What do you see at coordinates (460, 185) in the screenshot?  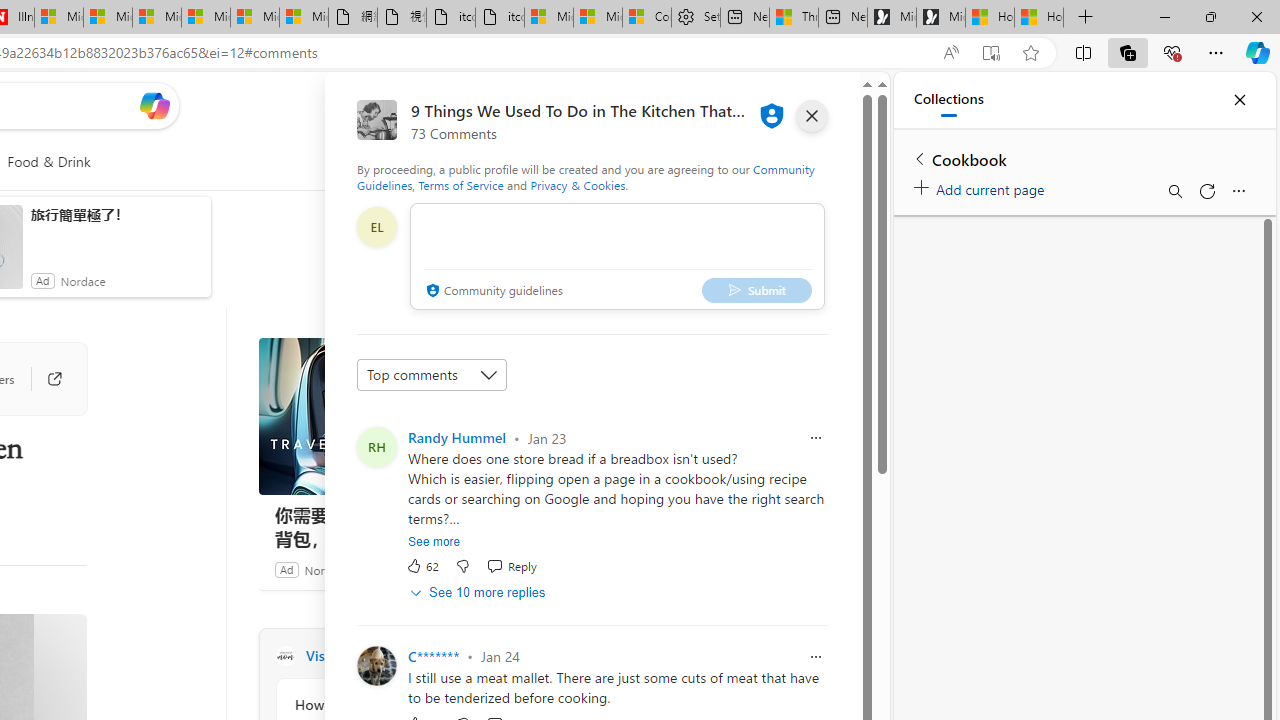 I see `'Terms of Service'` at bounding box center [460, 185].